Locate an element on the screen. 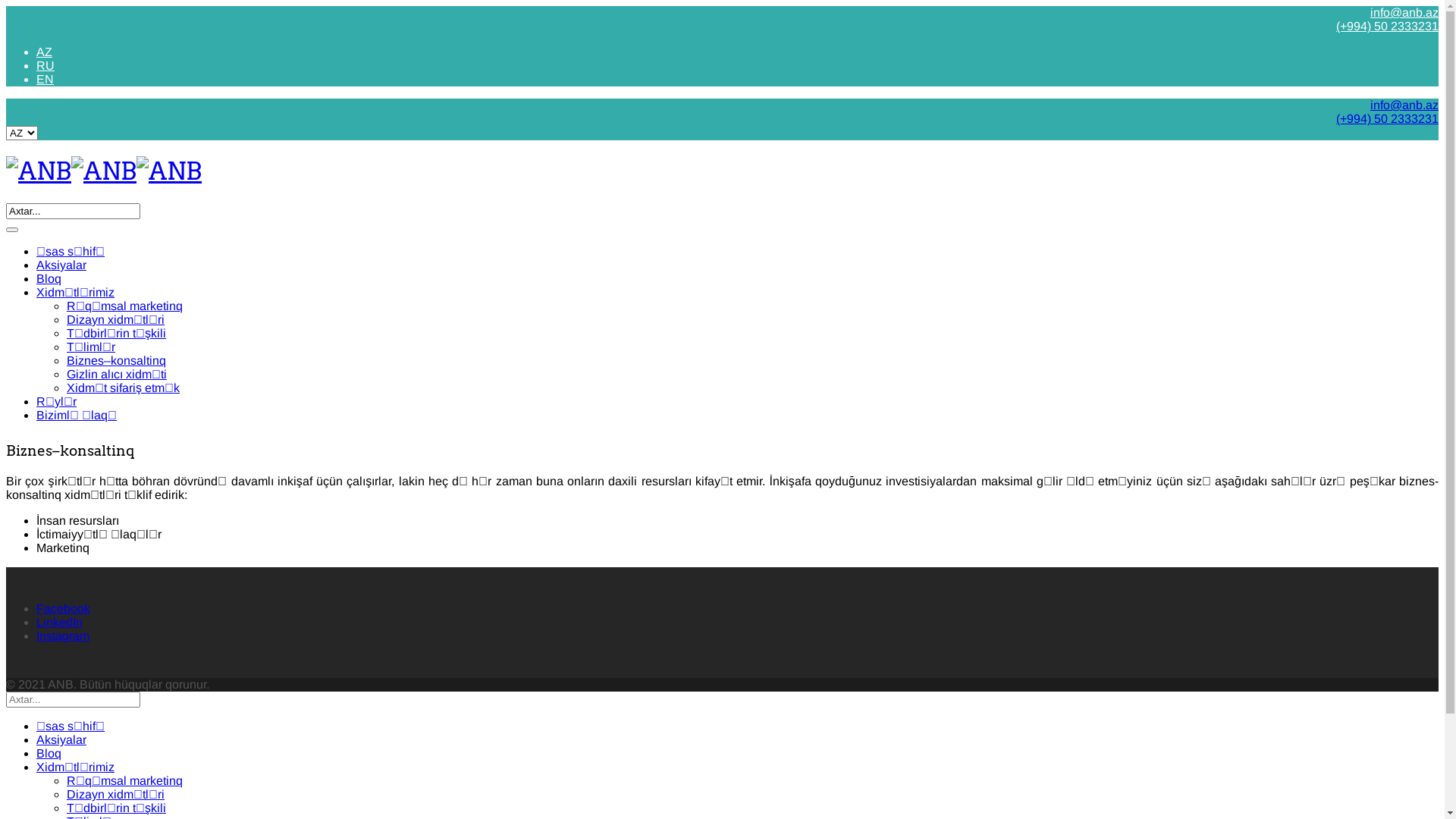 Image resolution: width=1456 pixels, height=819 pixels. 'EN' is located at coordinates (45, 79).